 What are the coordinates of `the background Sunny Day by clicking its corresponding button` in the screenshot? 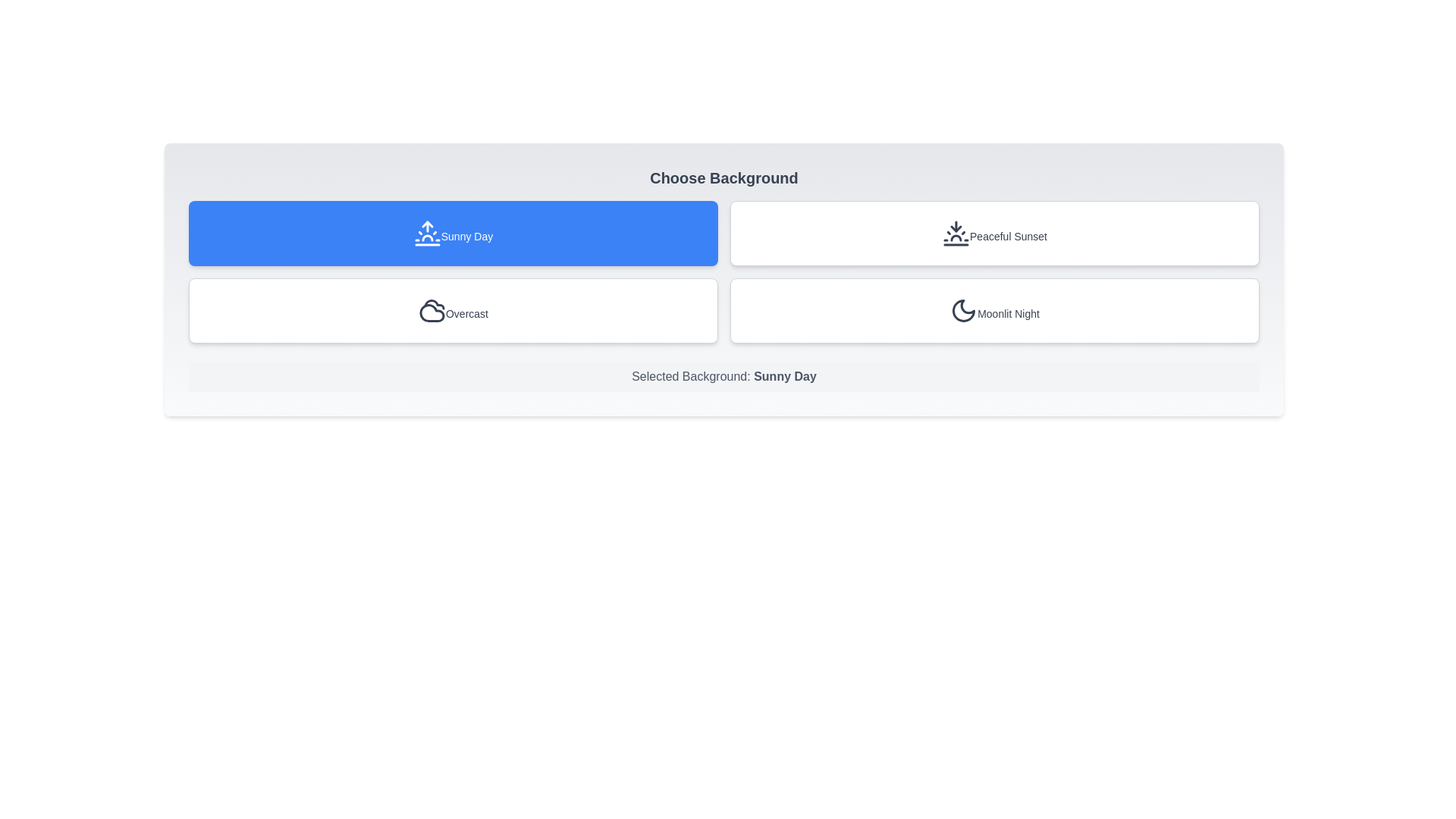 It's located at (453, 234).